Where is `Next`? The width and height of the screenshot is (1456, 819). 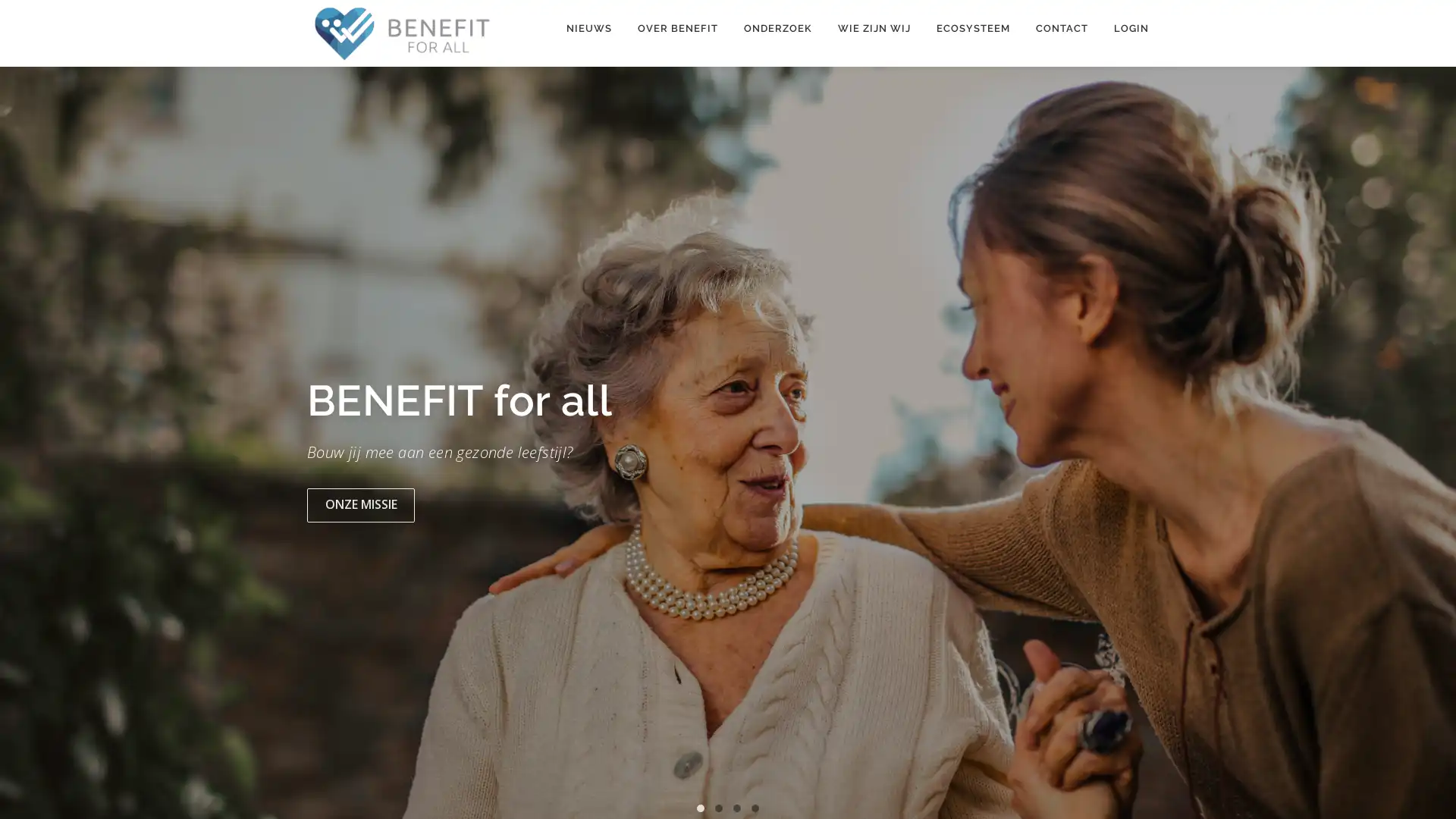
Next is located at coordinates (1426, 447).